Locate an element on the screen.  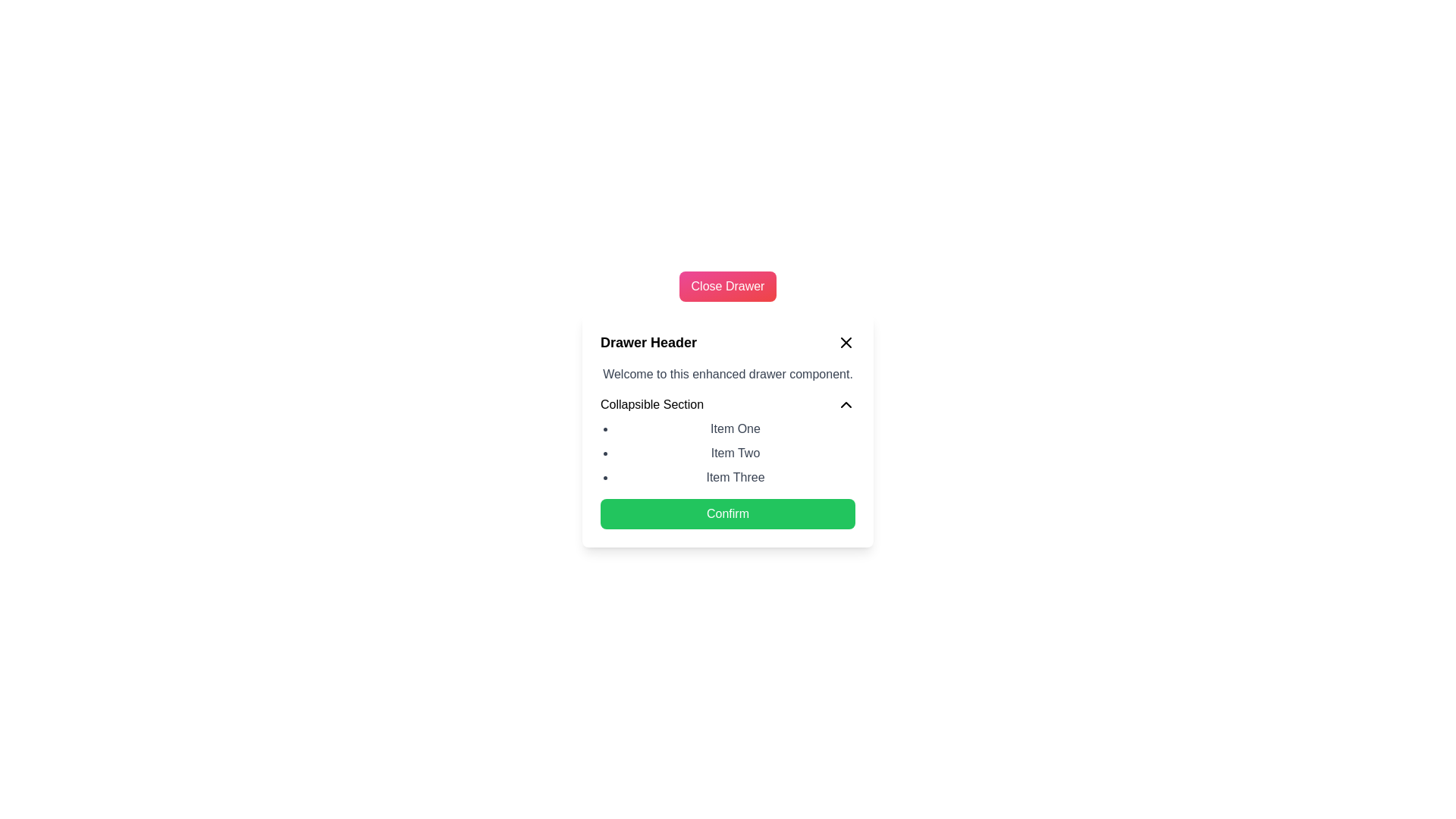
the Cross icon located at the top-right corner of the modal dialog is located at coordinates (846, 342).